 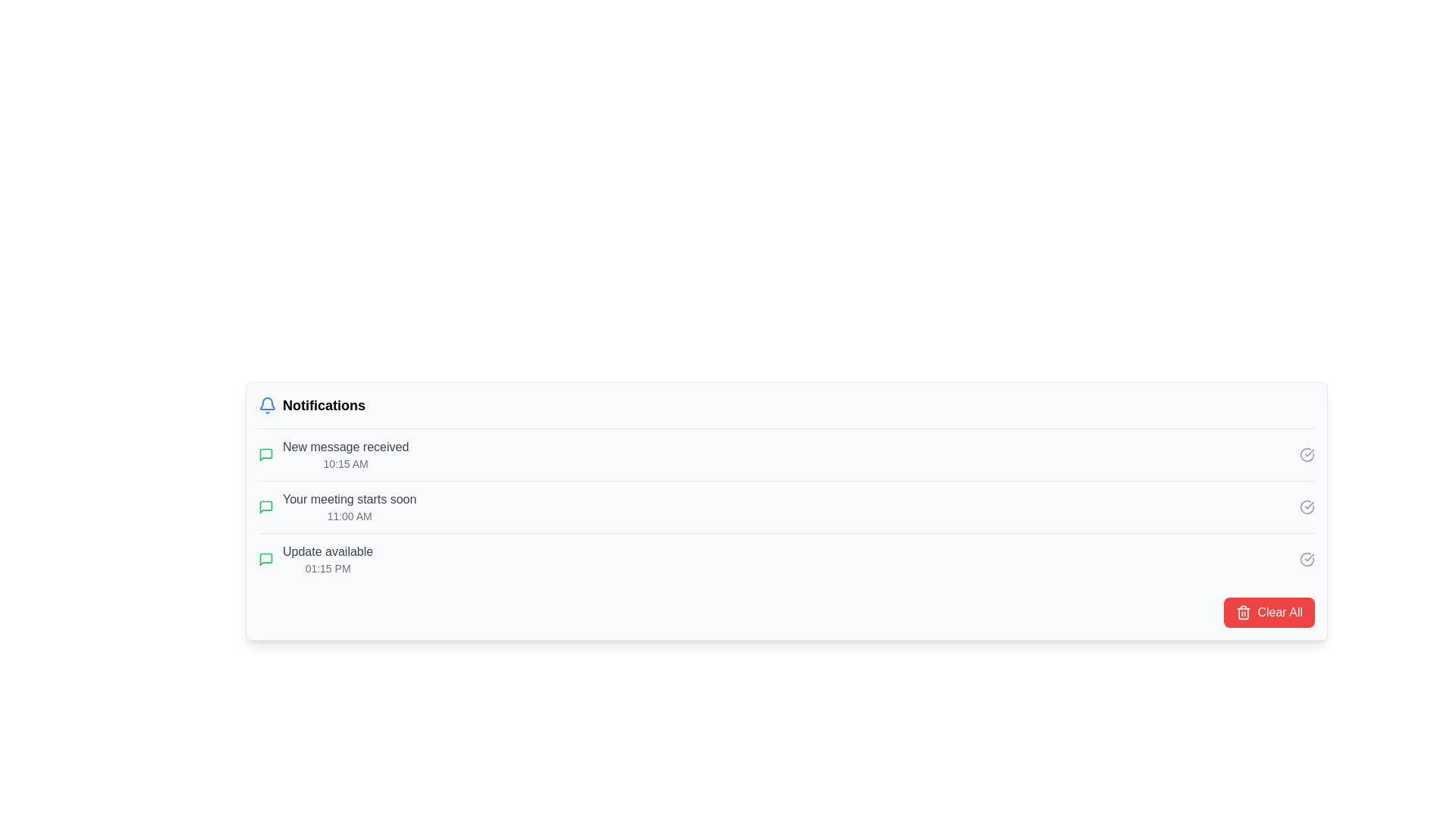 I want to click on the button located at the bottom right corner of the notification card to clear all notifications, so click(x=1269, y=611).